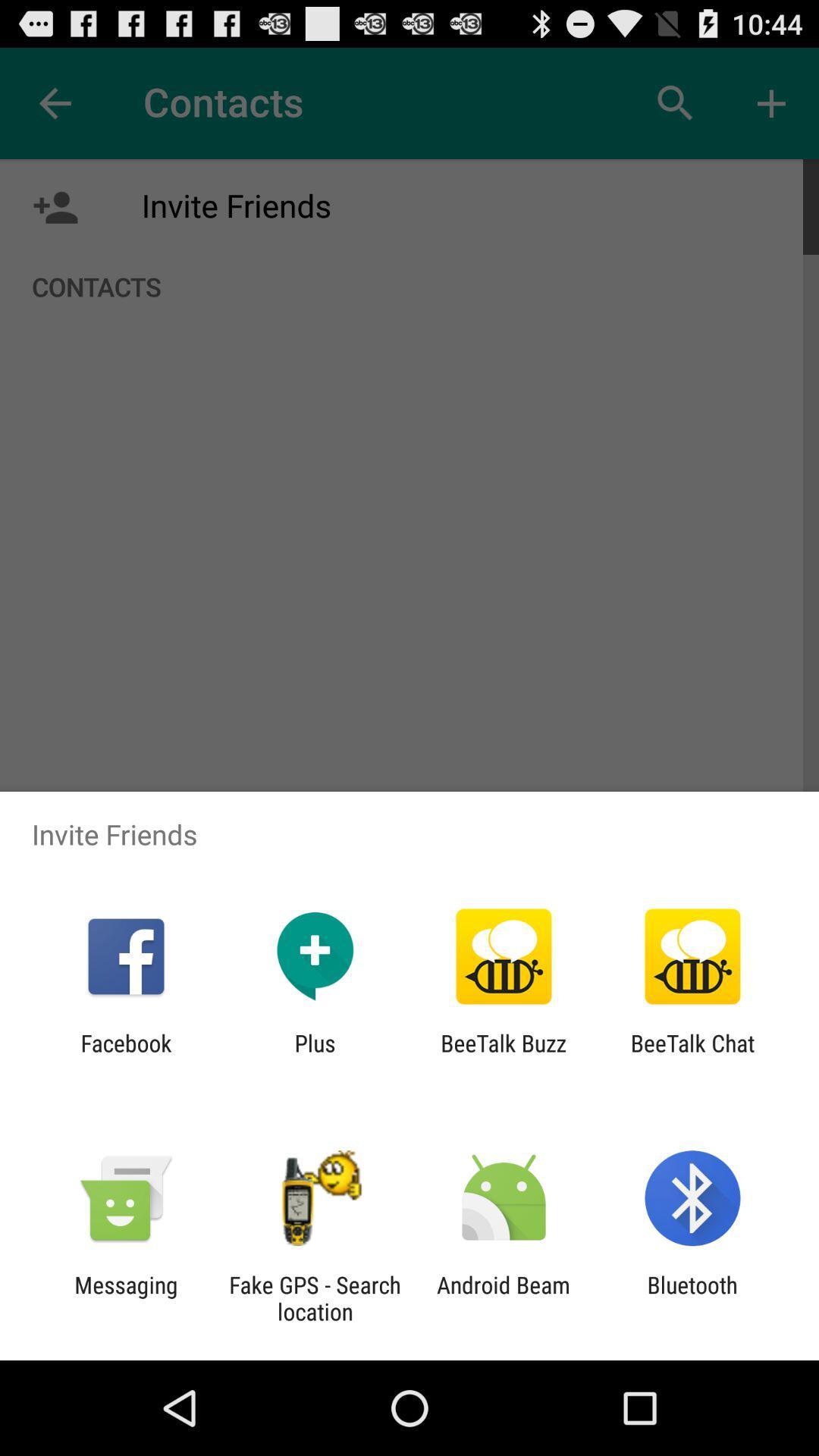  I want to click on plus item, so click(314, 1056).